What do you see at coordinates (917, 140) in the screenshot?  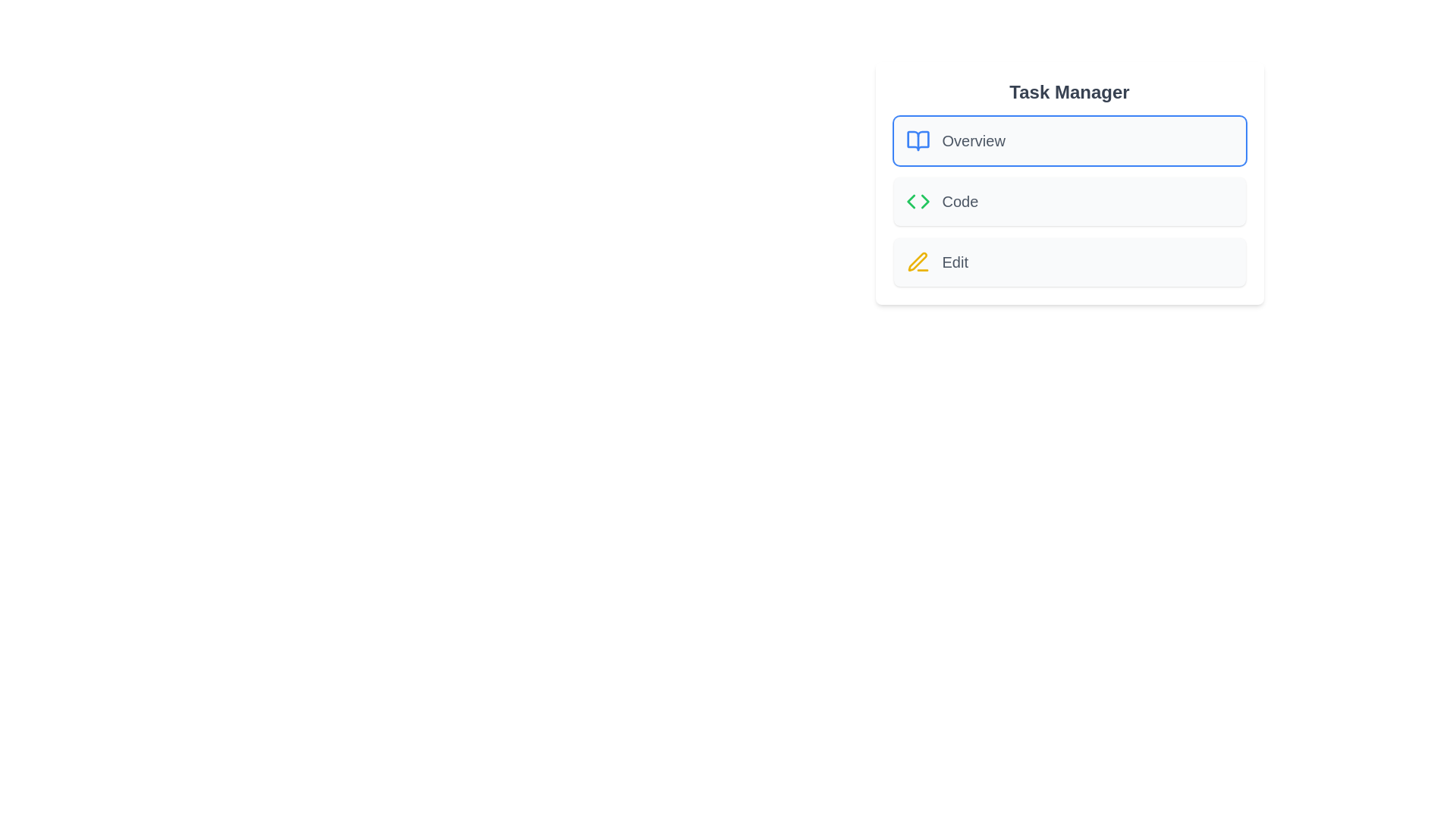 I see `the 'Overview' section icon, which is the first icon at the top of the menu, to provide visual clarity and accessibility` at bounding box center [917, 140].